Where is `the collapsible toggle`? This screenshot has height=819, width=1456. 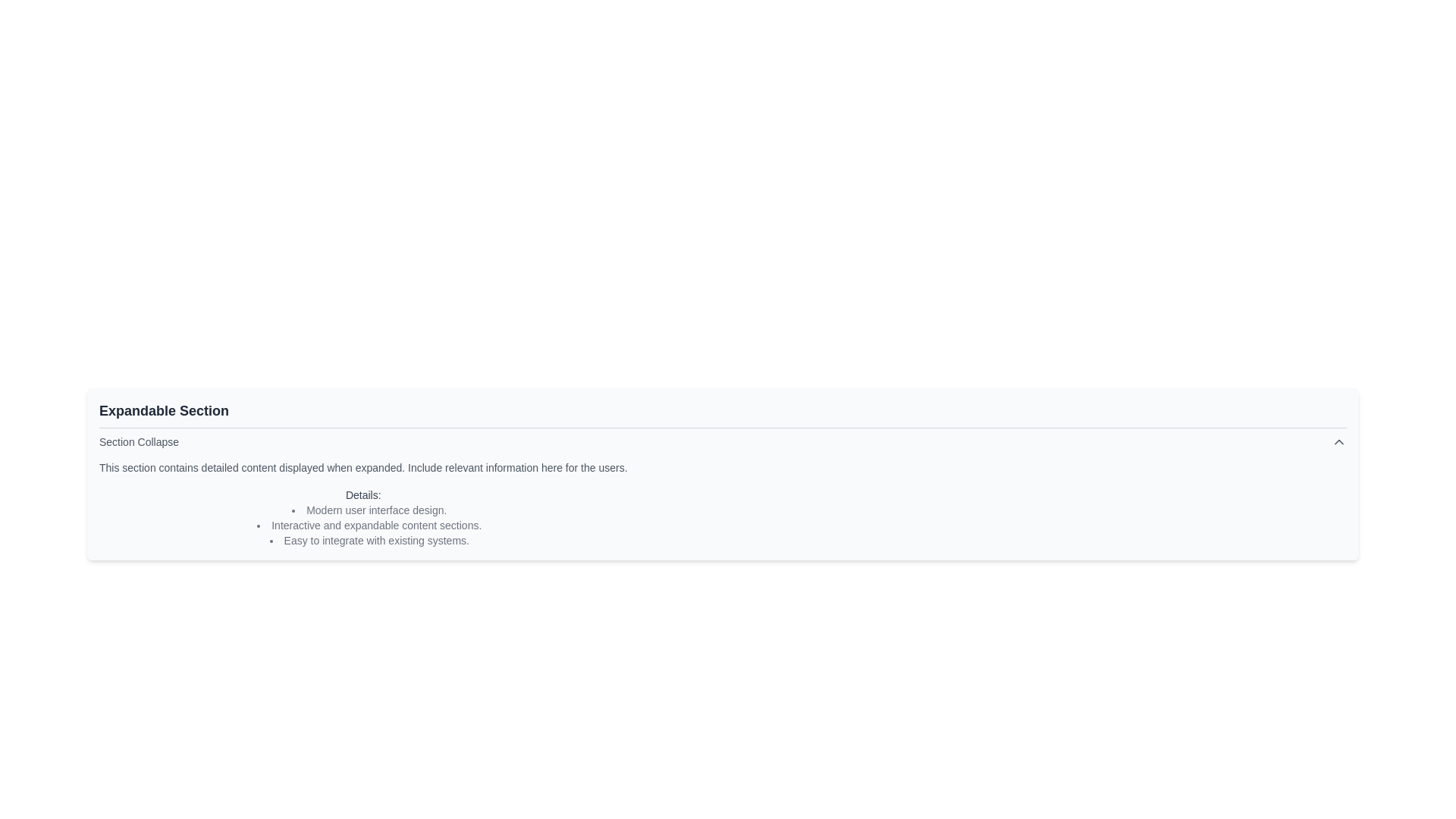 the collapsible toggle is located at coordinates (722, 441).